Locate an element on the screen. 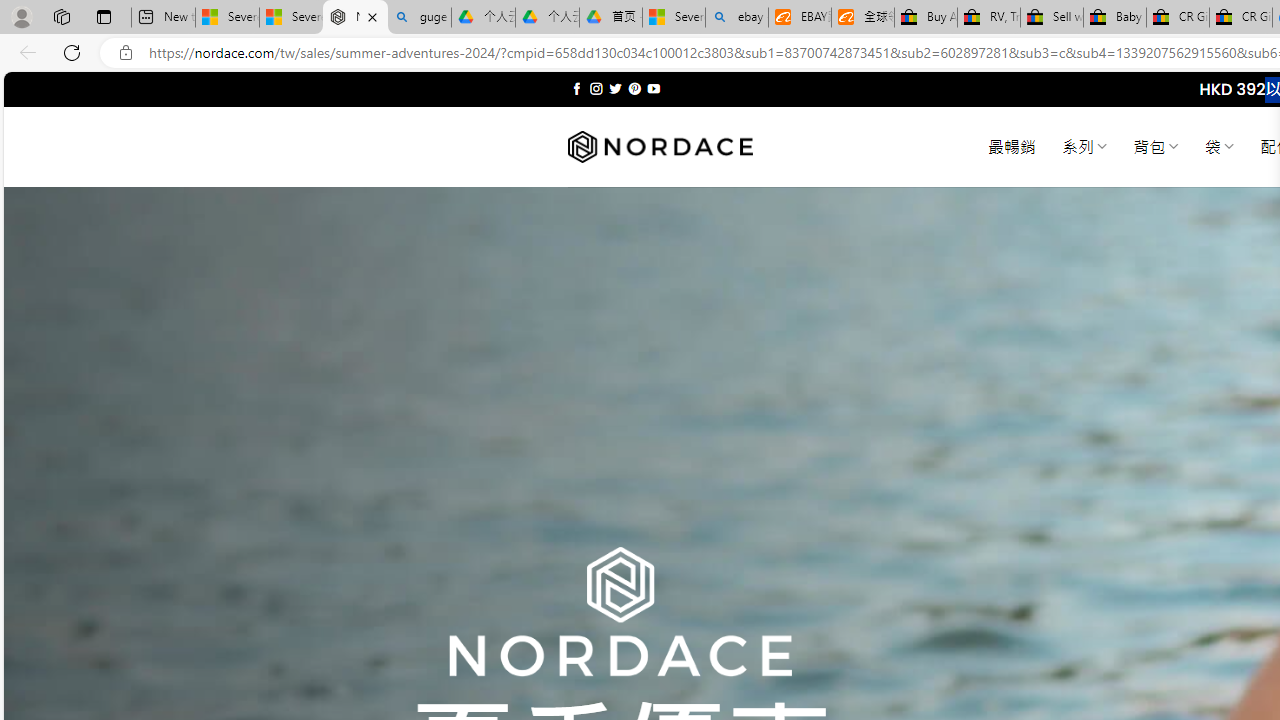 This screenshot has width=1280, height=720. 'Follow on Twitter' is located at coordinates (614, 88).